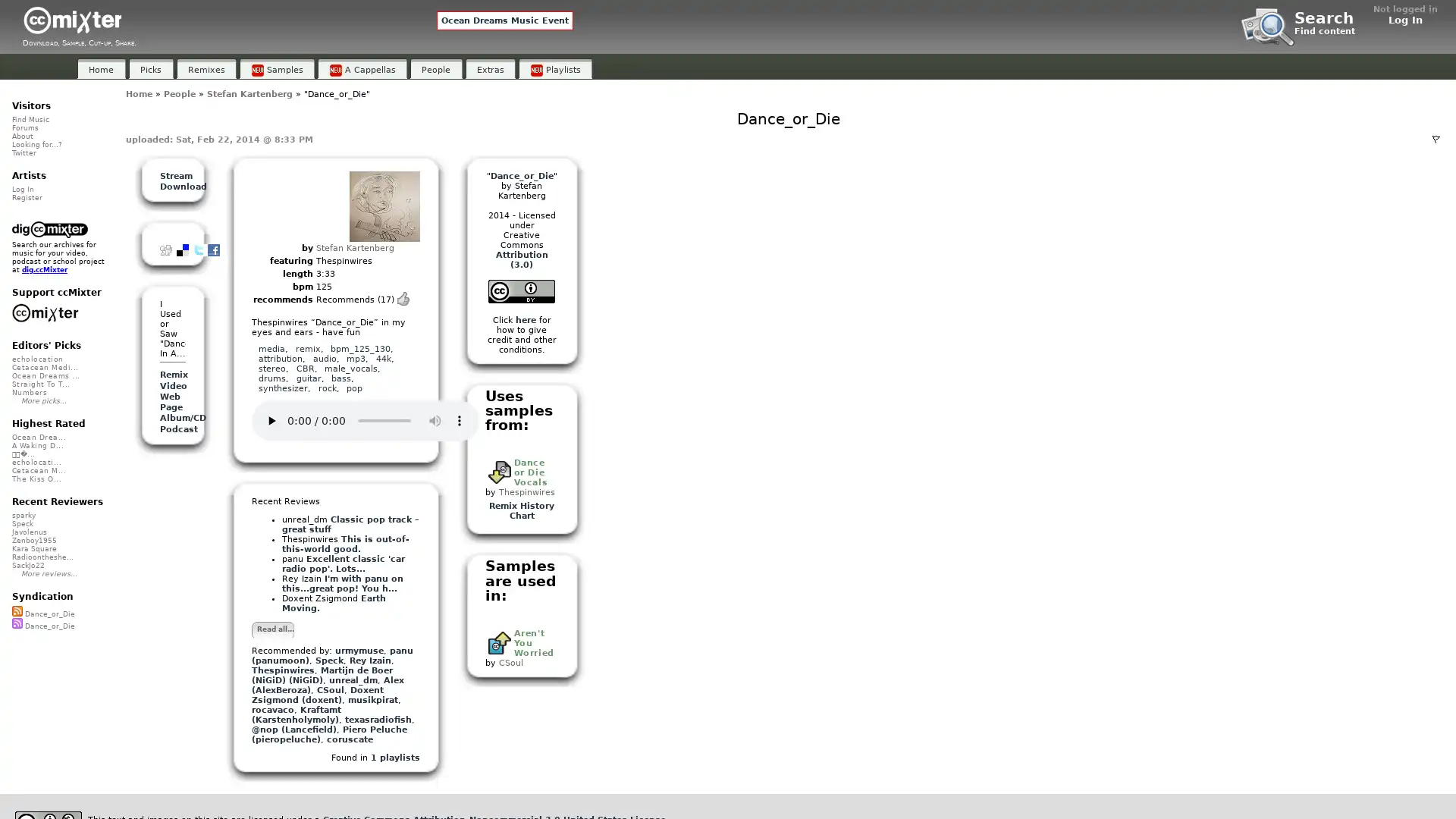  What do you see at coordinates (458, 420) in the screenshot?
I see `show more media controls` at bounding box center [458, 420].